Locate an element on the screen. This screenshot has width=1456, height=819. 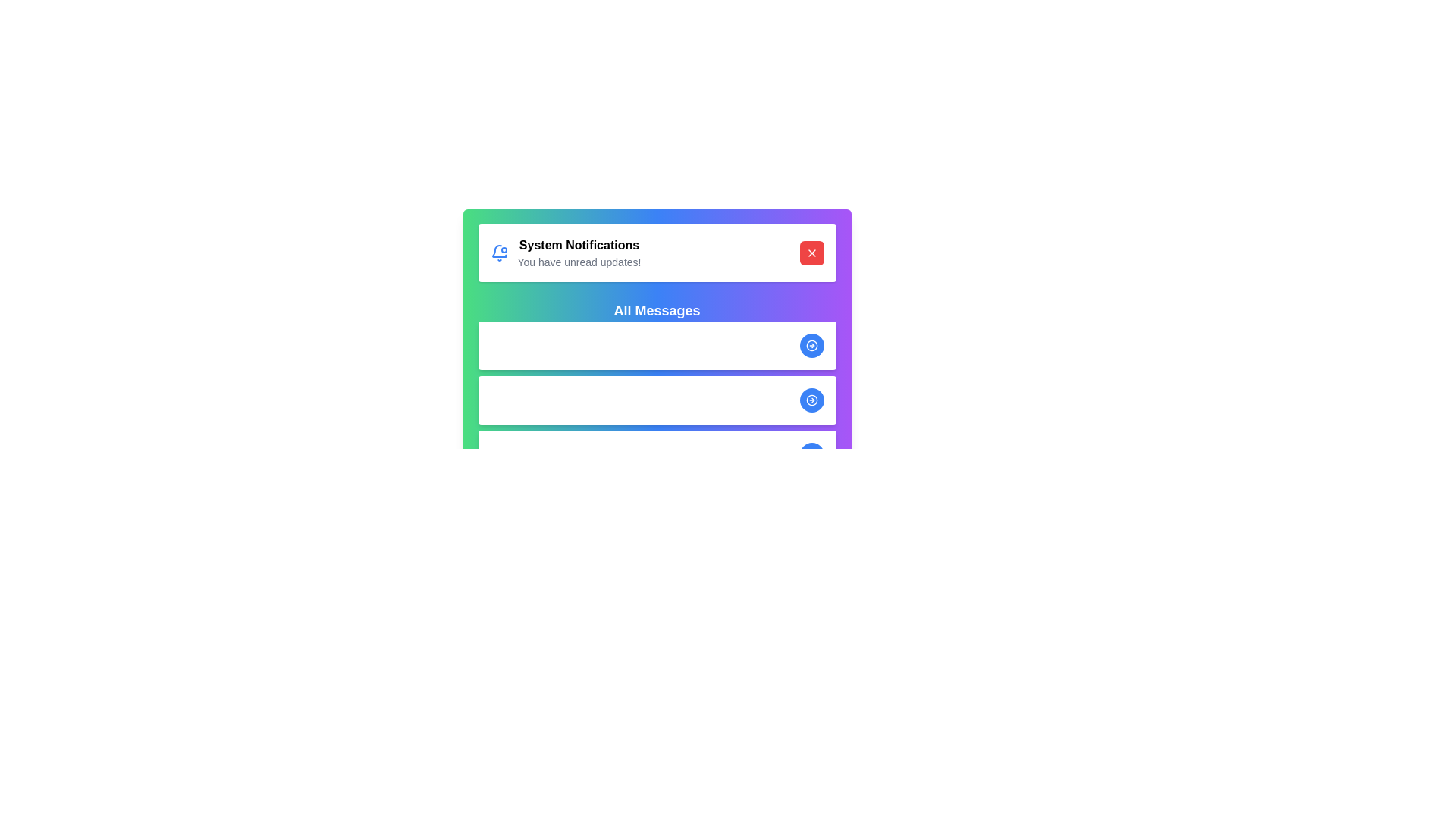
the close button to dismiss the notification is located at coordinates (811, 253).